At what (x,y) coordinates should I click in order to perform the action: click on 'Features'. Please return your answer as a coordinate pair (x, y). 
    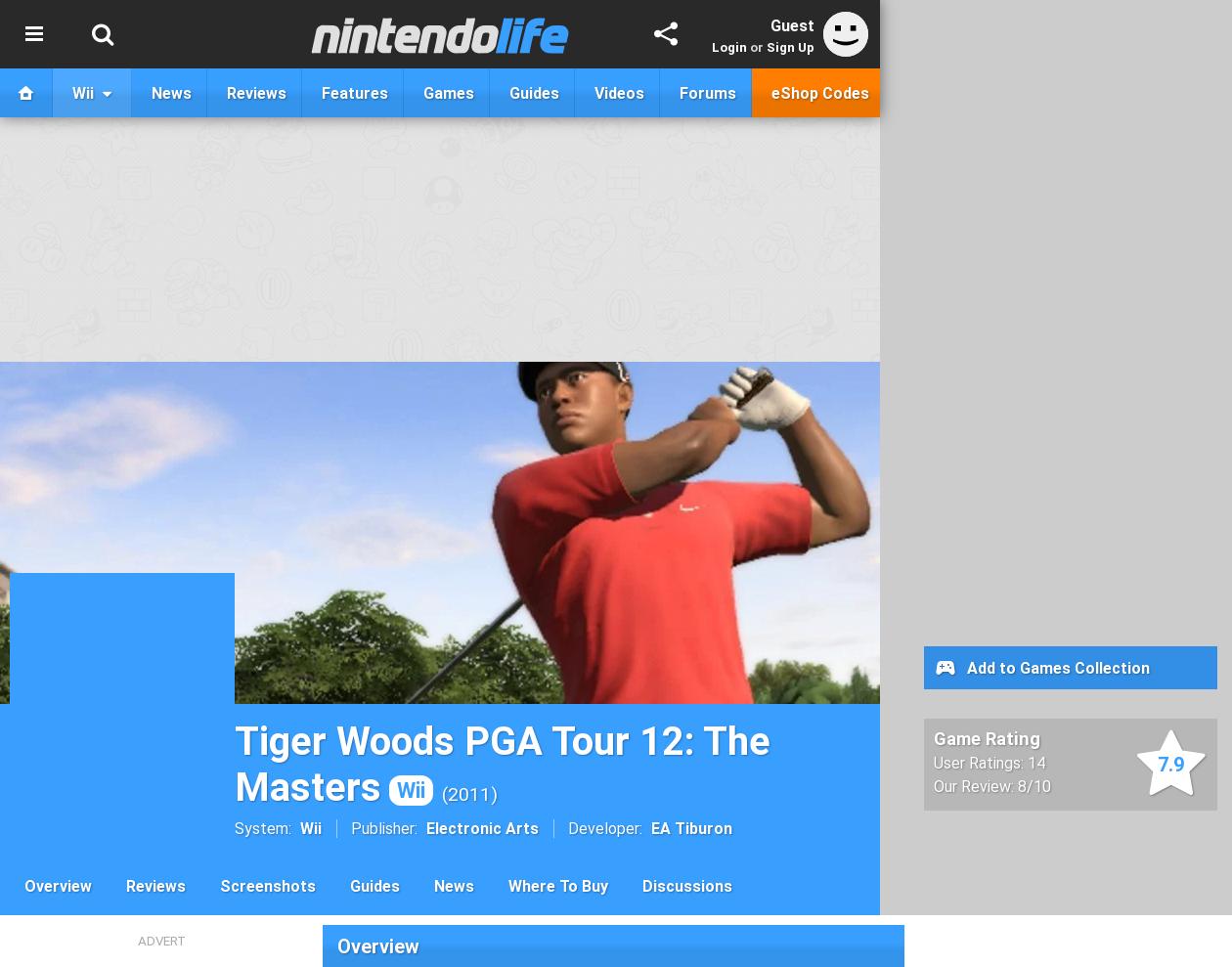
    Looking at the image, I should click on (321, 92).